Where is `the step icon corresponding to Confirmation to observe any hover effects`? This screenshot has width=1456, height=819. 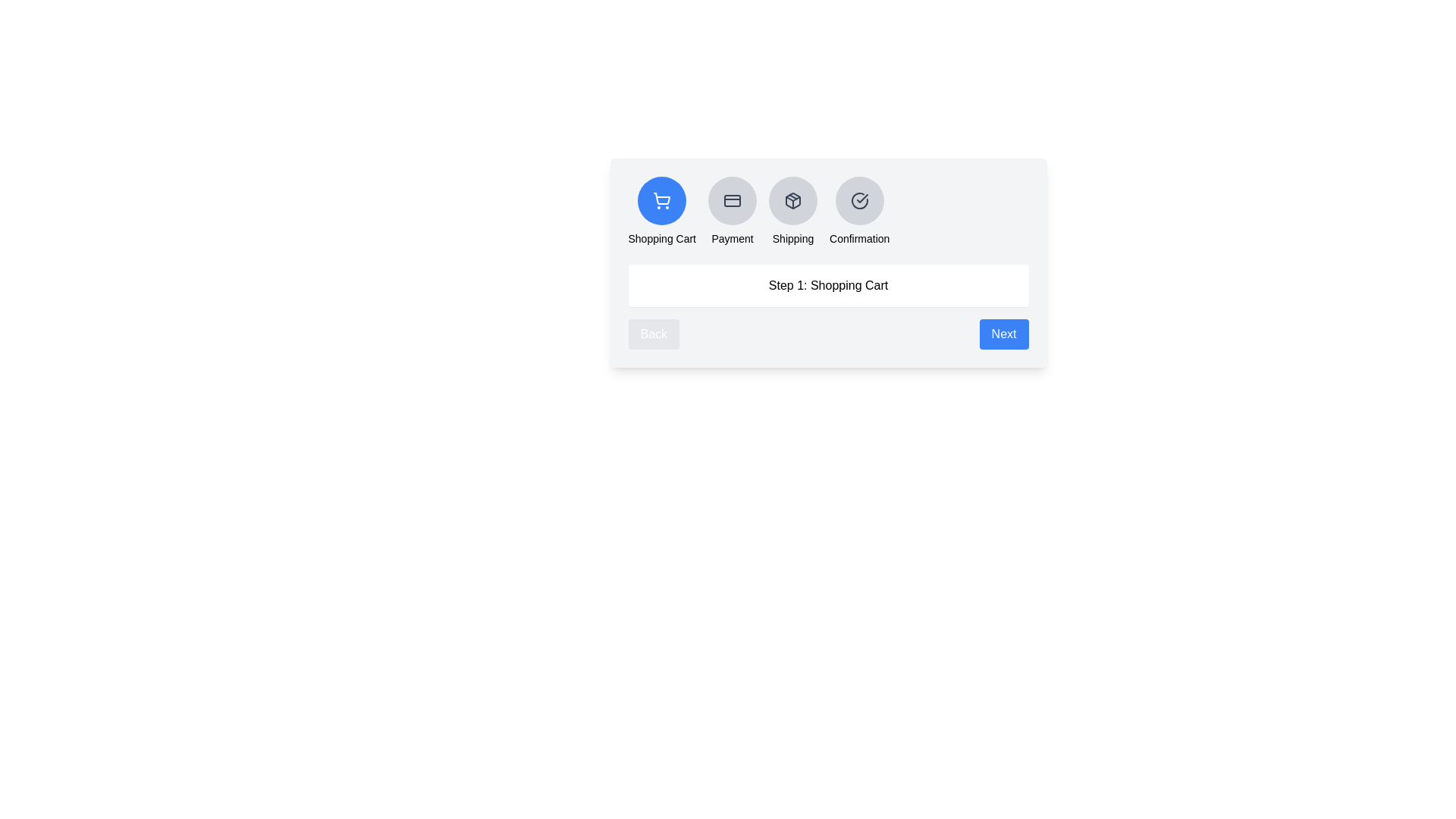
the step icon corresponding to Confirmation to observe any hover effects is located at coordinates (859, 200).